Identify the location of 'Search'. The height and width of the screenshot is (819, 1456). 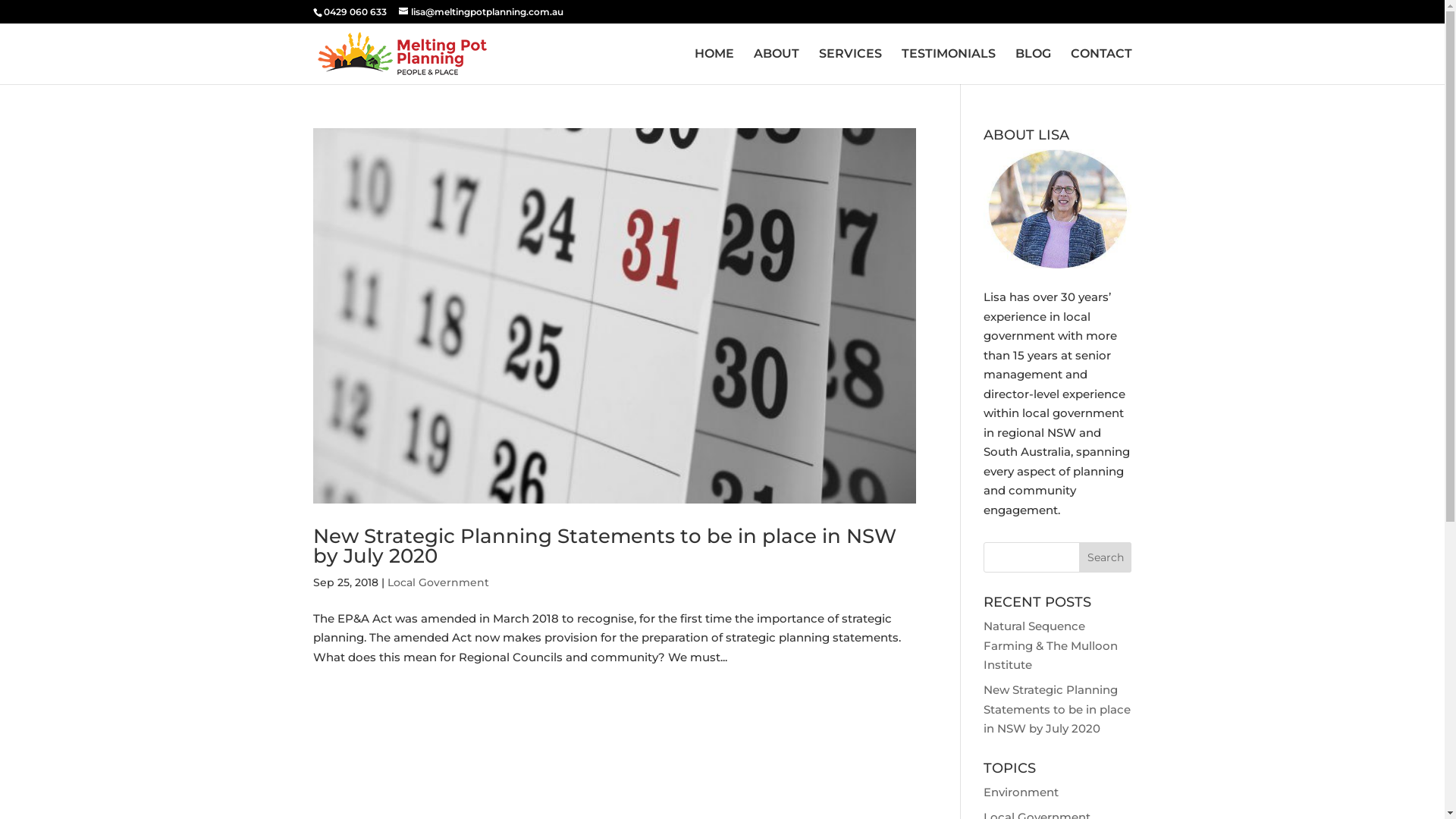
(1106, 557).